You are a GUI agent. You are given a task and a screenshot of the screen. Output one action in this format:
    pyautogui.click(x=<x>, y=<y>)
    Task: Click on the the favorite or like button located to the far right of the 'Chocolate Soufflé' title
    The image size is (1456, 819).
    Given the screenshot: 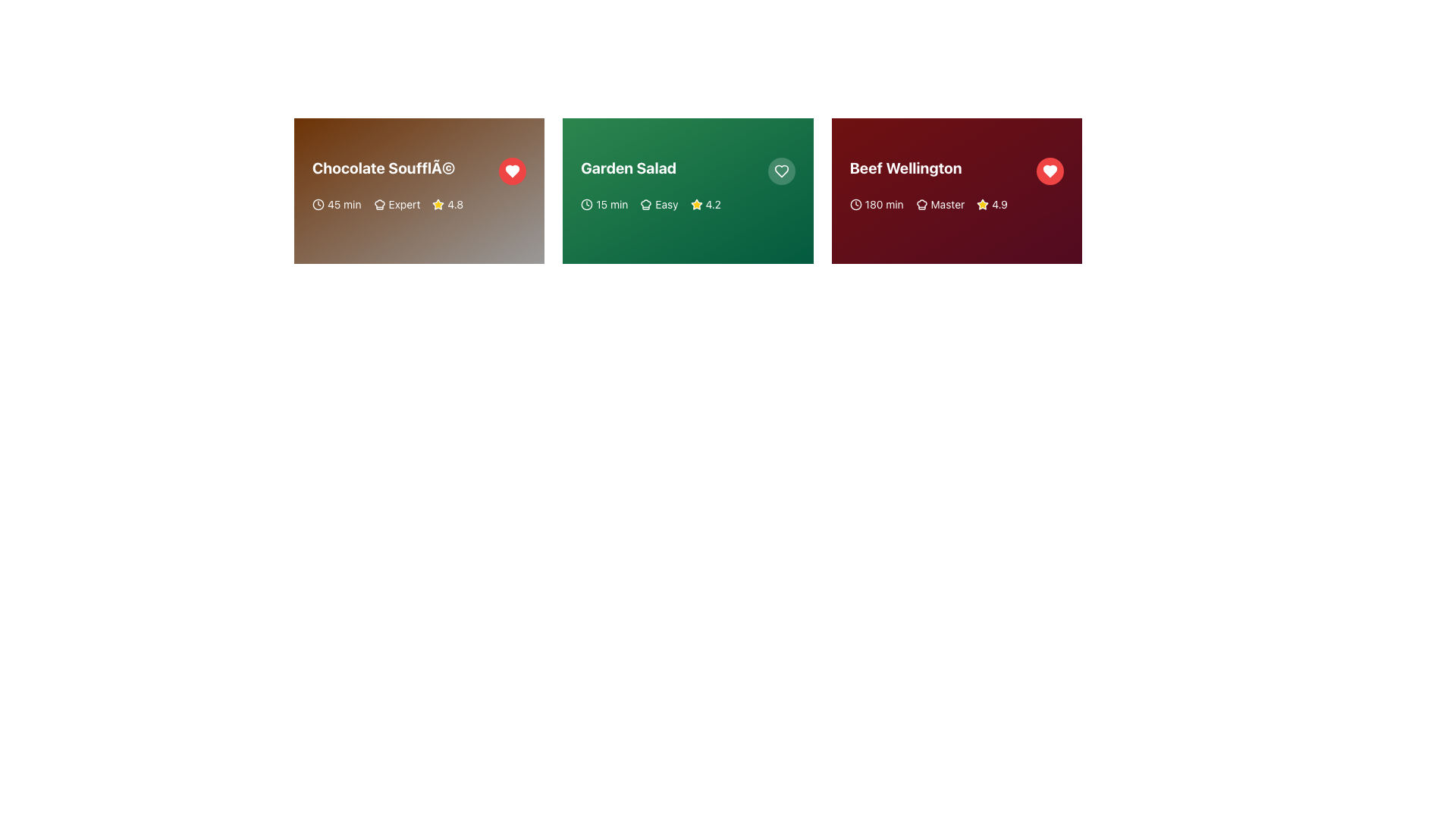 What is the action you would take?
    pyautogui.click(x=513, y=171)
    